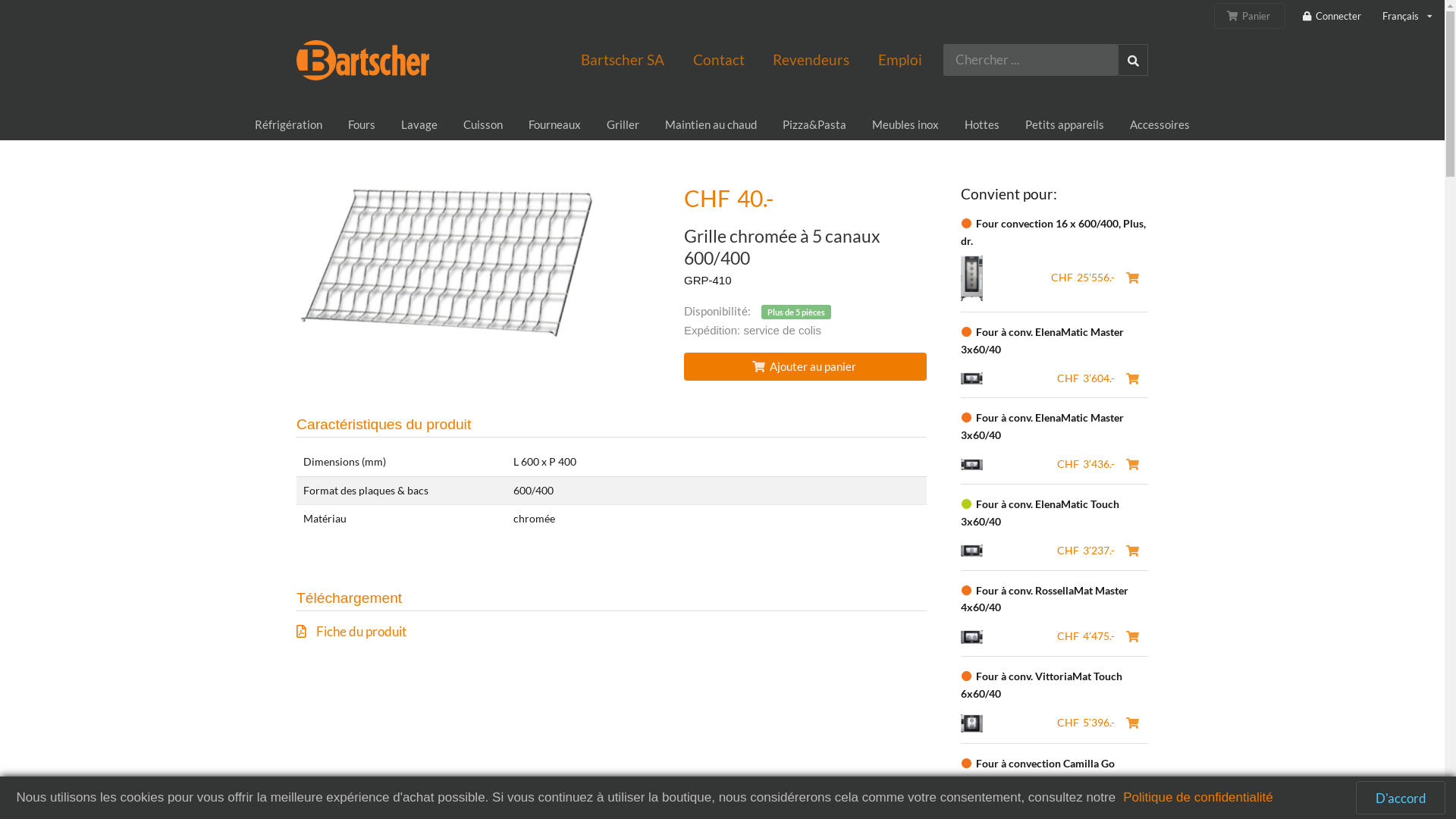 The height and width of the screenshot is (819, 1456). Describe the element at coordinates (1159, 124) in the screenshot. I see `'Accessoires'` at that location.